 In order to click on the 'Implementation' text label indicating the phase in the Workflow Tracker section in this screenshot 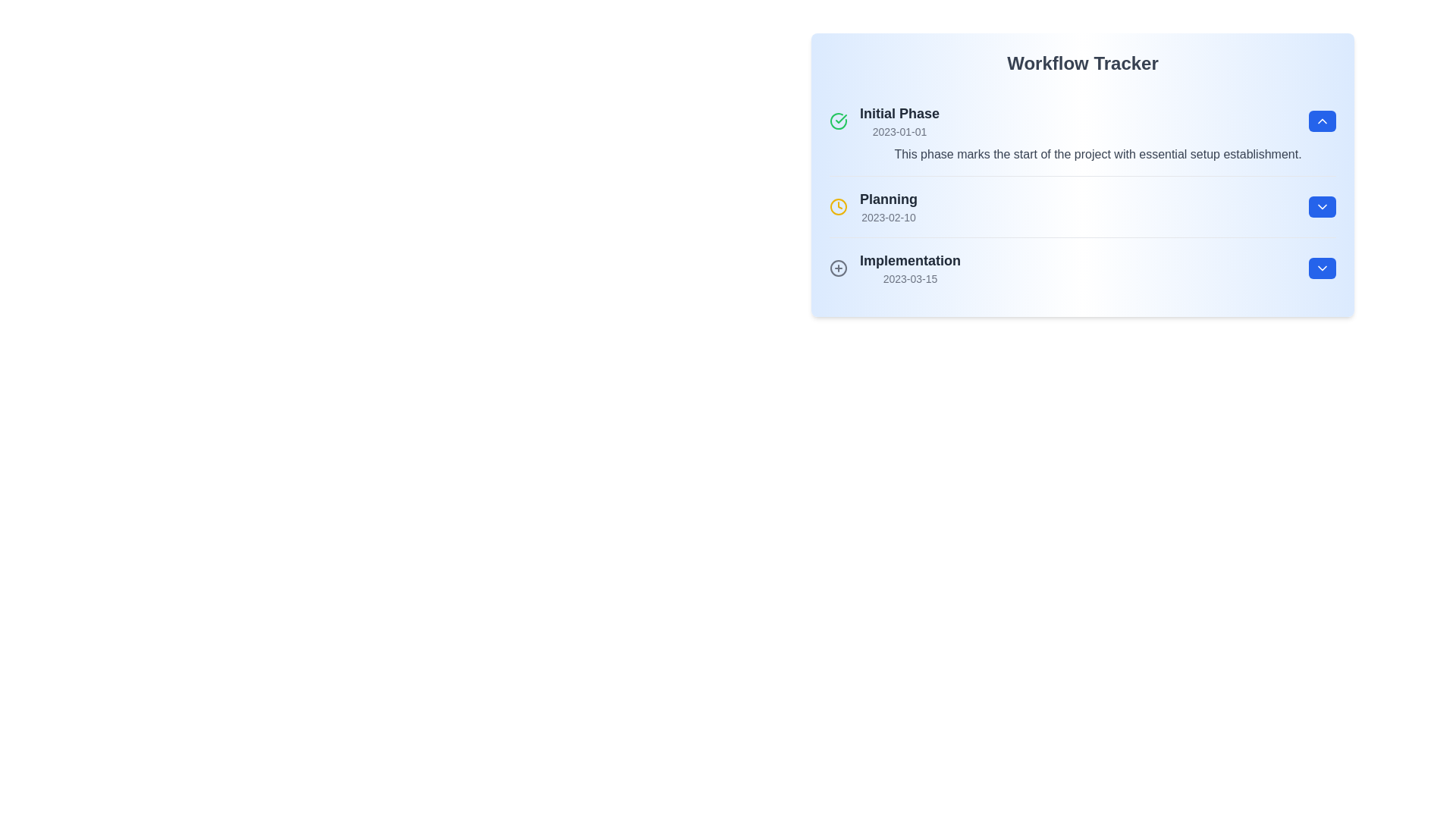, I will do `click(910, 268)`.